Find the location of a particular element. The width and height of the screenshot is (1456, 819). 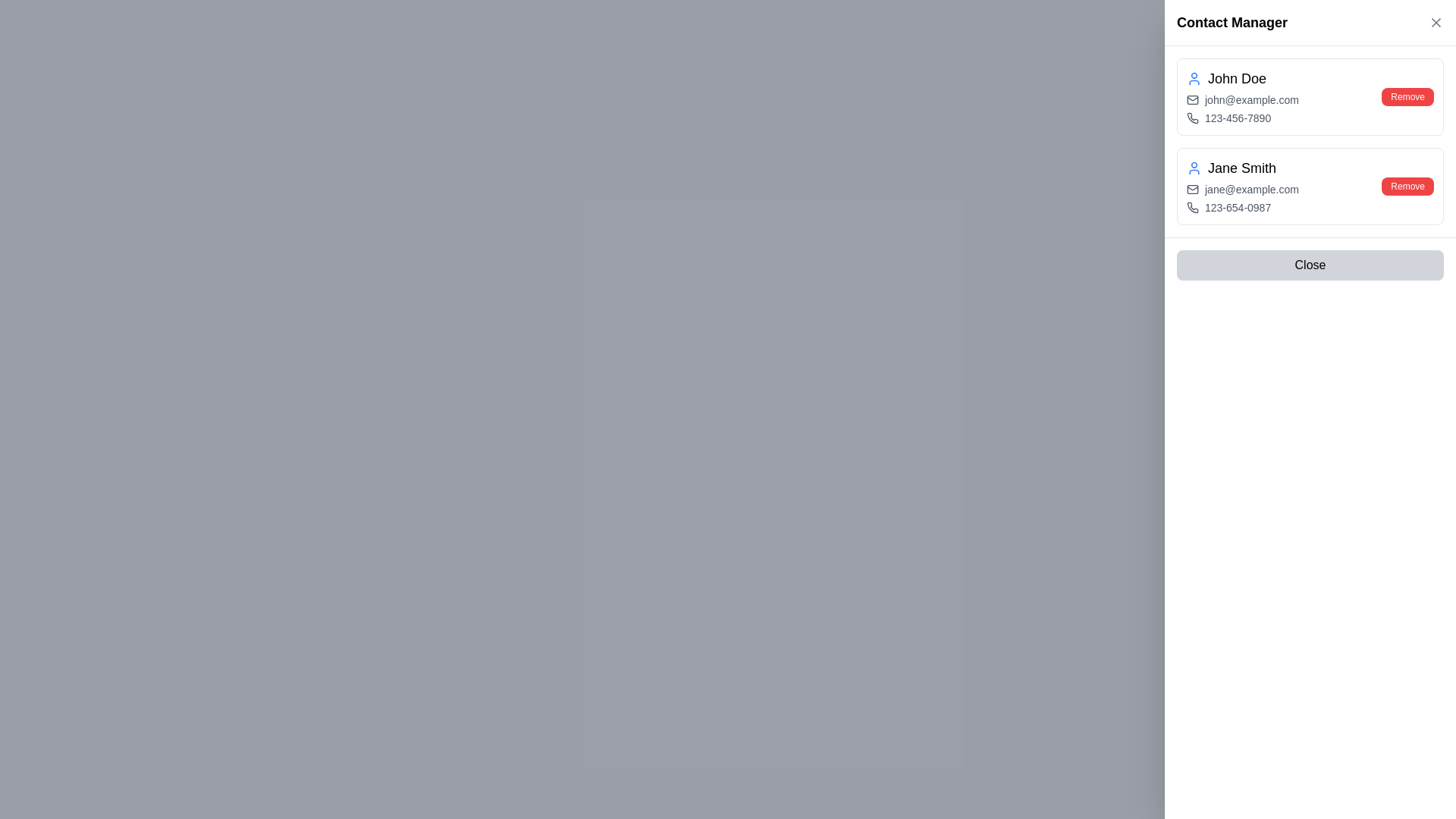

the button that is centrally aligned at the bottom of the white panel is located at coordinates (1310, 265).